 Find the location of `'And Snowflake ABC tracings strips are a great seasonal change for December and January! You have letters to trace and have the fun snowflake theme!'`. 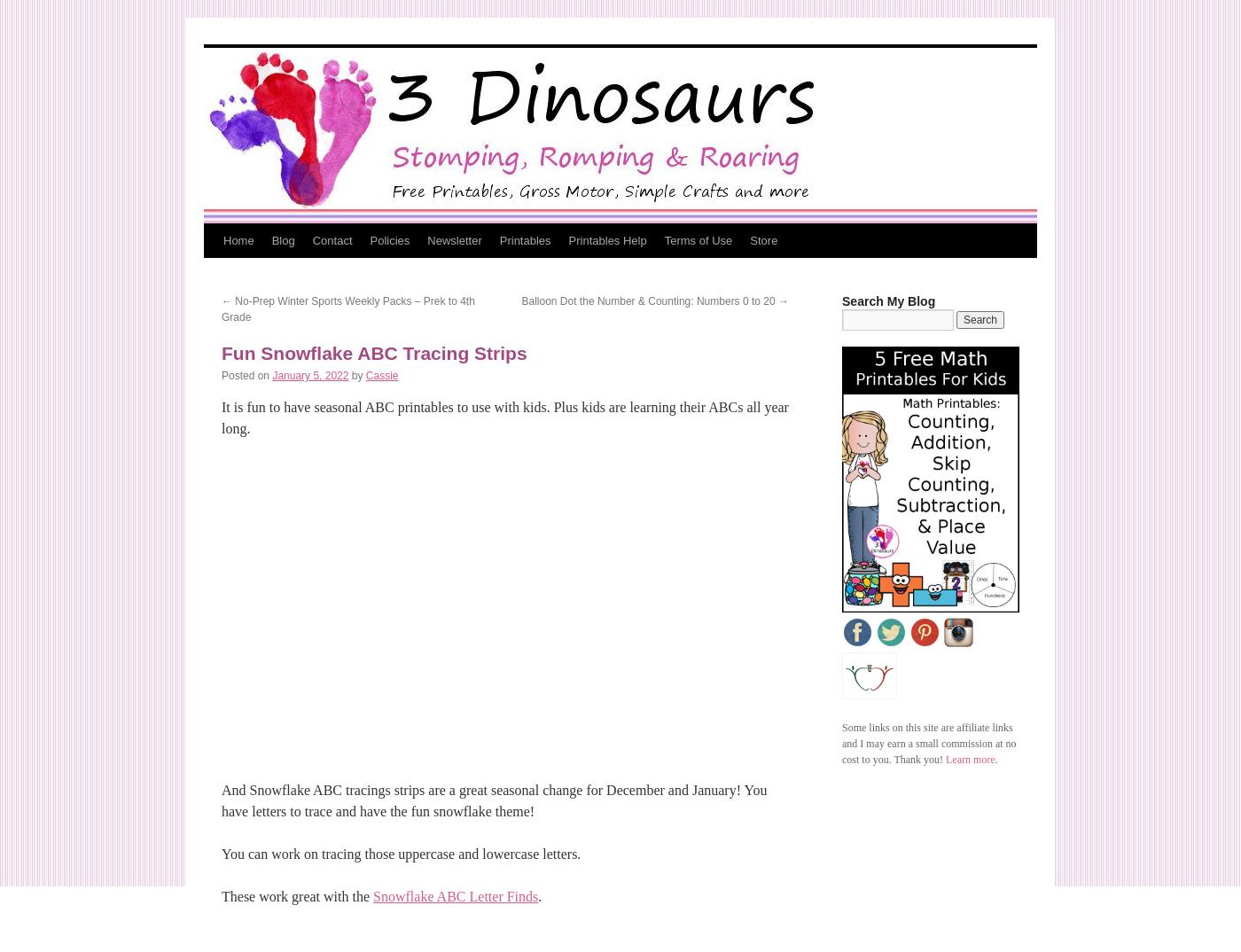

'And Snowflake ABC tracings strips are a great seasonal change for December and January! You have letters to trace and have the fun snowflake theme!' is located at coordinates (494, 800).